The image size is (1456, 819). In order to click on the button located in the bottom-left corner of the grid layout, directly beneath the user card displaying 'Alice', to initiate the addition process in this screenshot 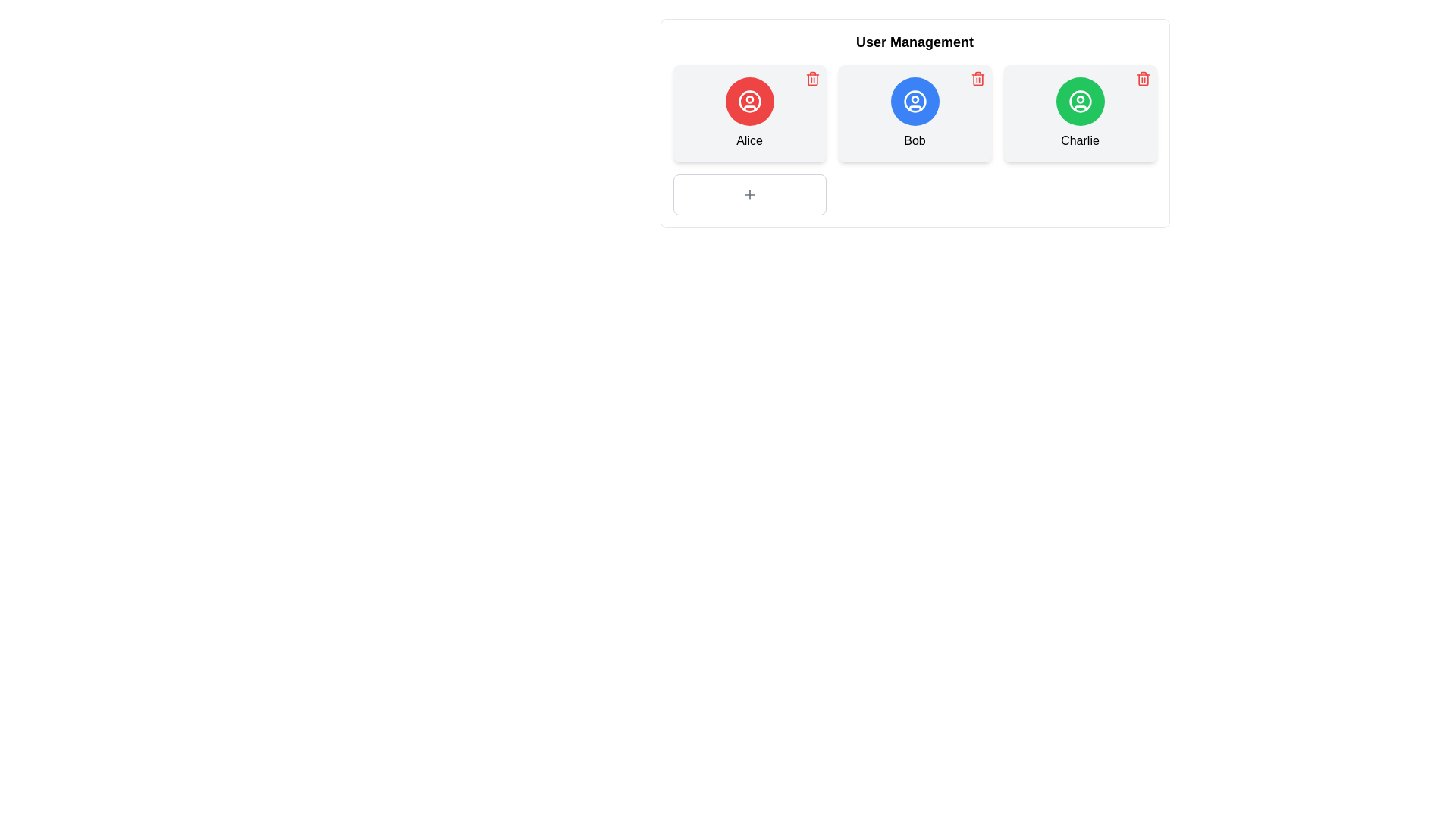, I will do `click(749, 194)`.